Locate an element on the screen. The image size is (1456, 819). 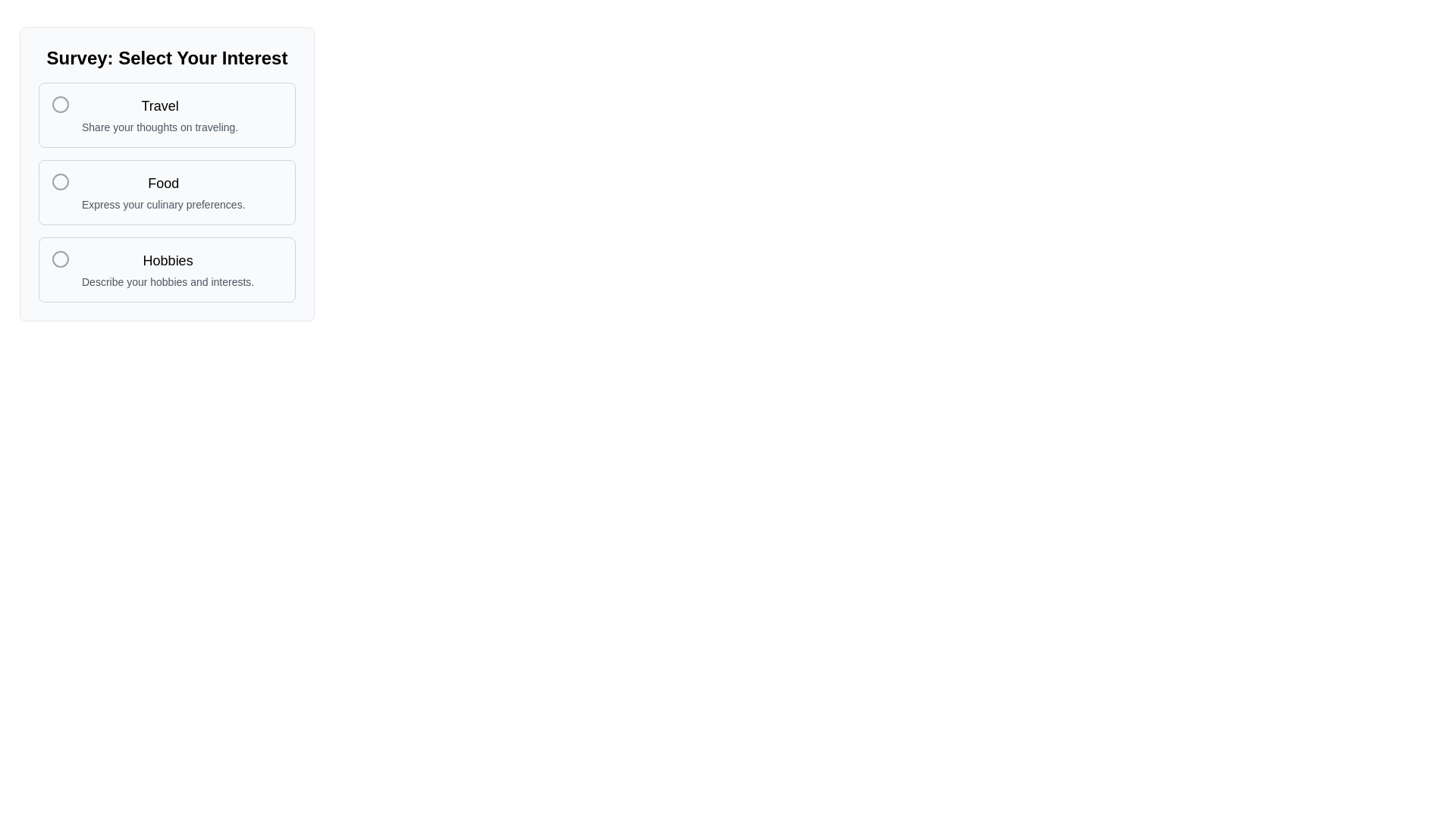
the radio button indicator for the 'Food' option to trigger a visual response is located at coordinates (61, 180).